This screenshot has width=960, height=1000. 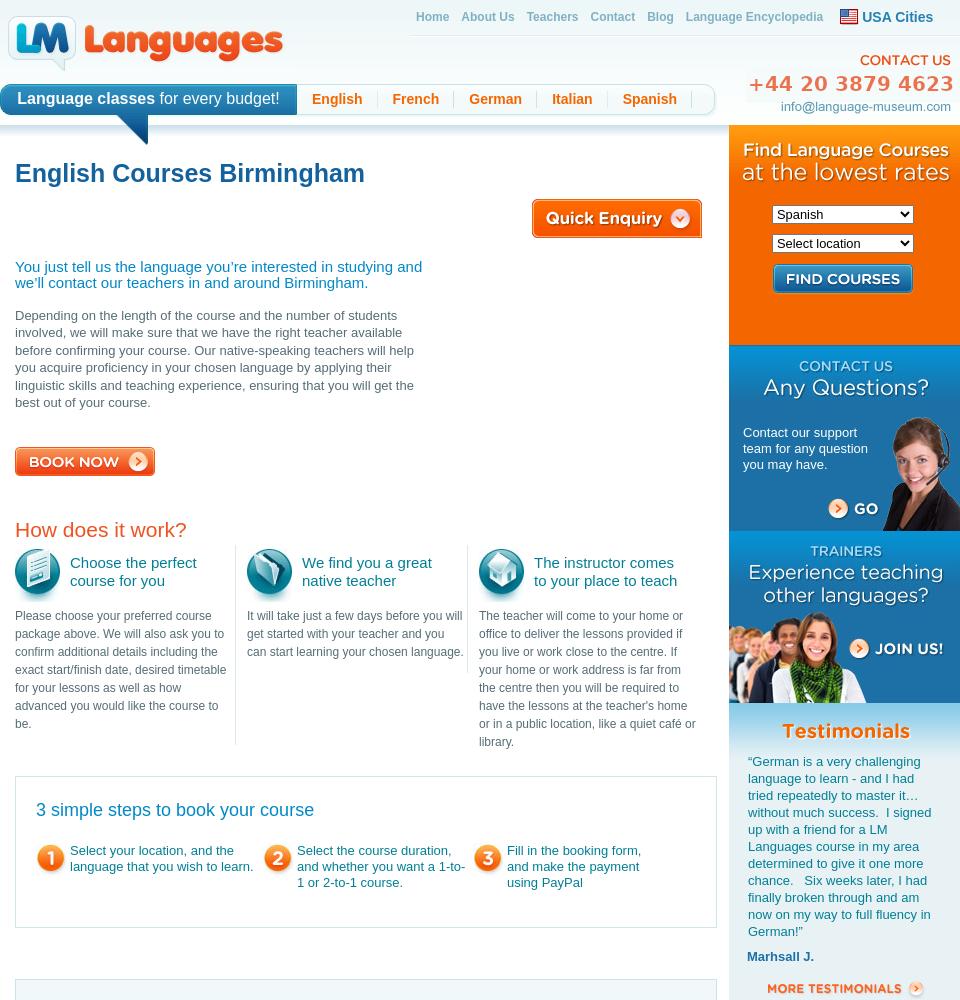 I want to click on 'Fill in the booking form, and make the payment using PayPal', so click(x=573, y=864).